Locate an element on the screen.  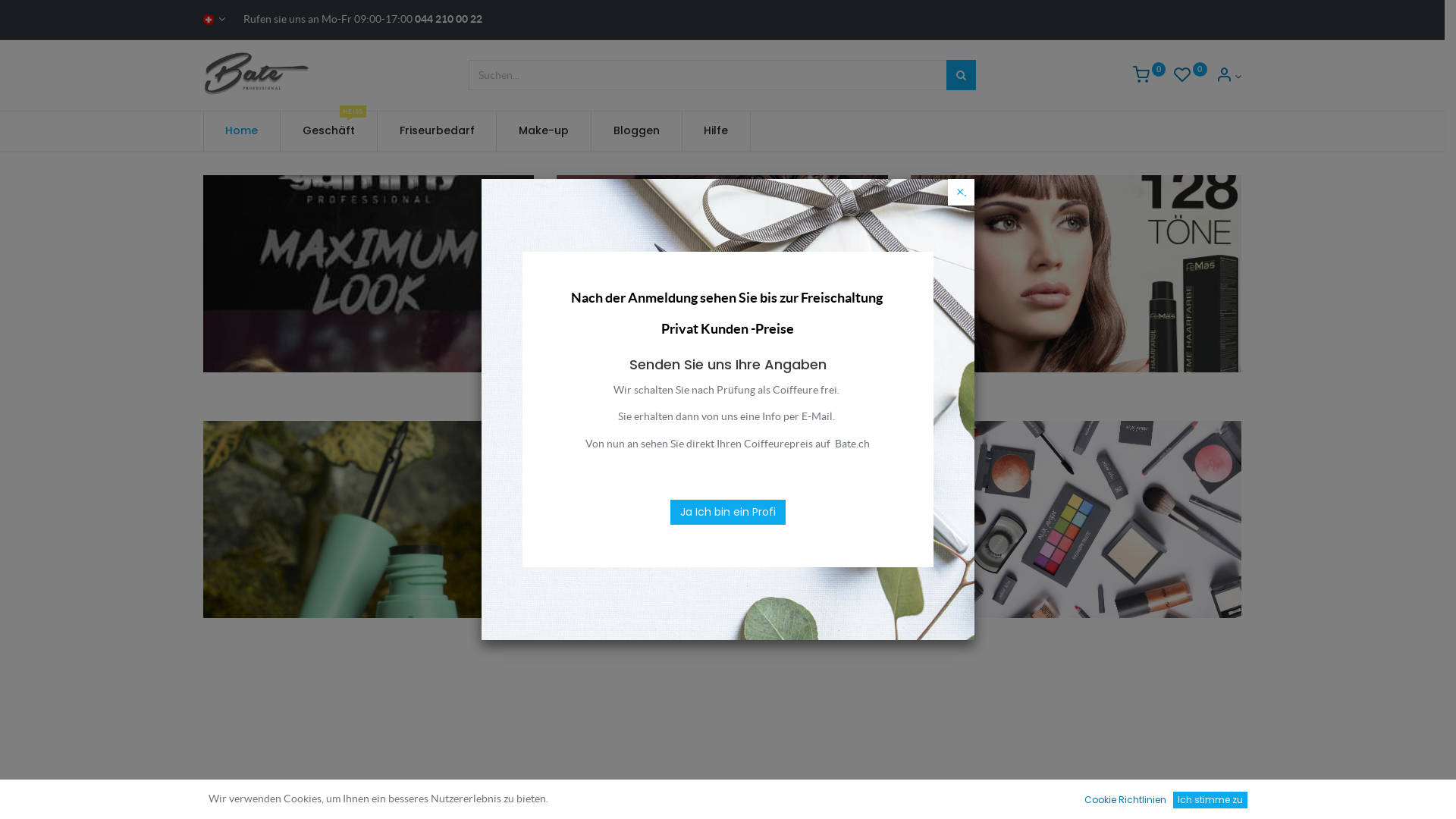
'Friseurbedarf' is located at coordinates (436, 130).